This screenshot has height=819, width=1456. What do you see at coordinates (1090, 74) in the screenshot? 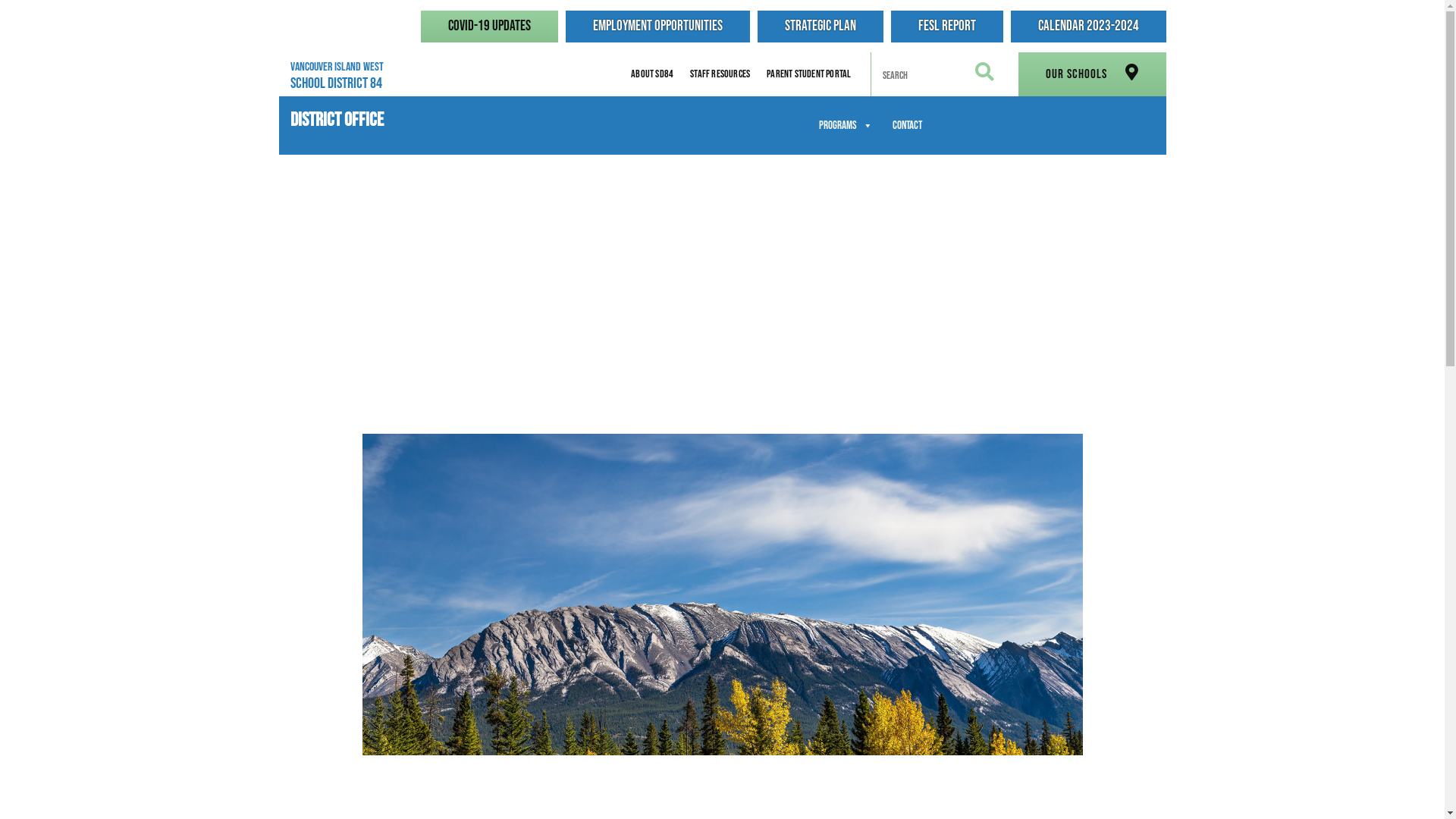
I see `'OUR SCHOOLS'` at bounding box center [1090, 74].